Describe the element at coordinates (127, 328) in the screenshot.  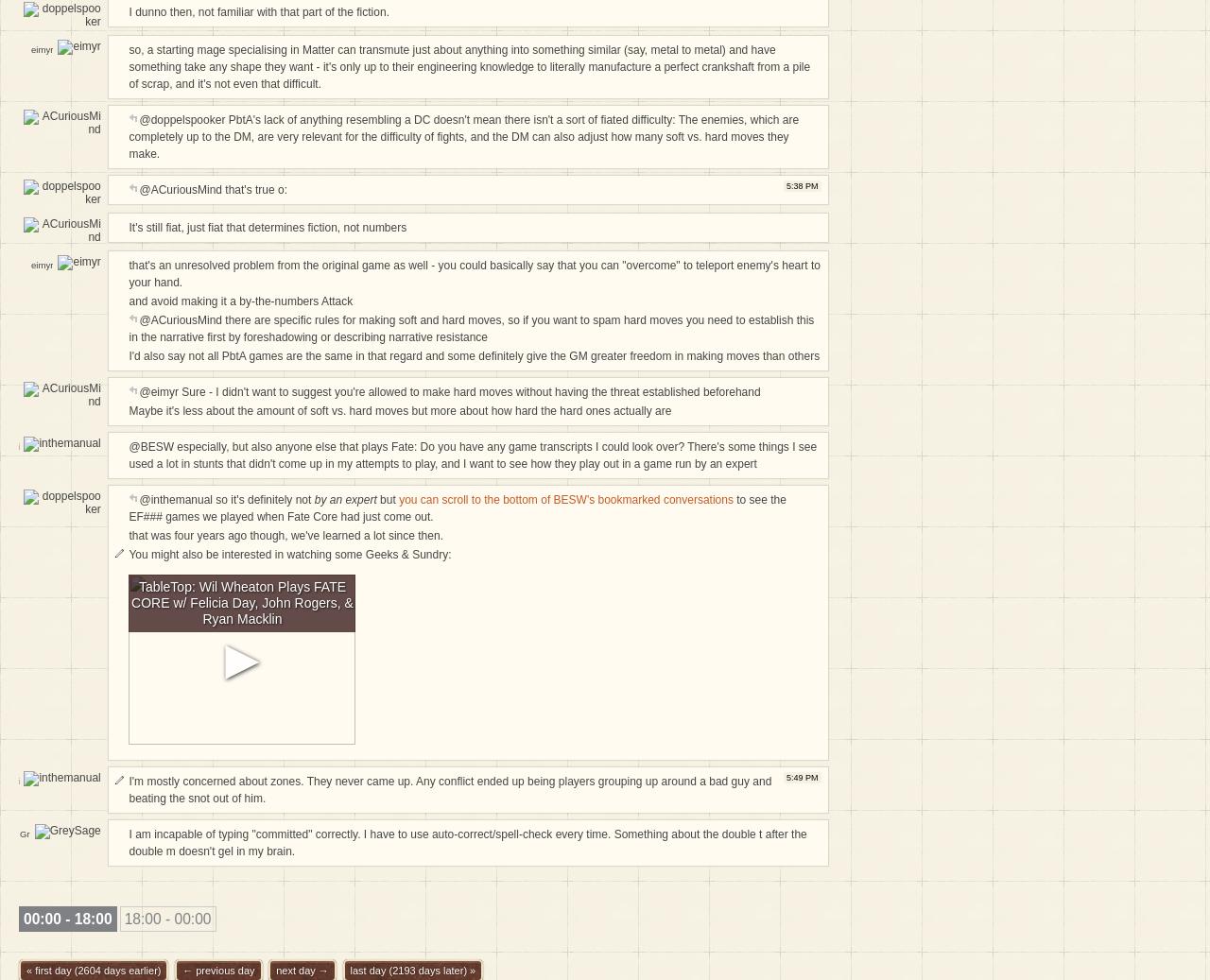
I see `'@ACuriousMind there are specific rules for making soft and hard moves, so if you want to spam hard moves you need to establish this in the narrative first by foreshadowing or describing narrative resistance'` at that location.